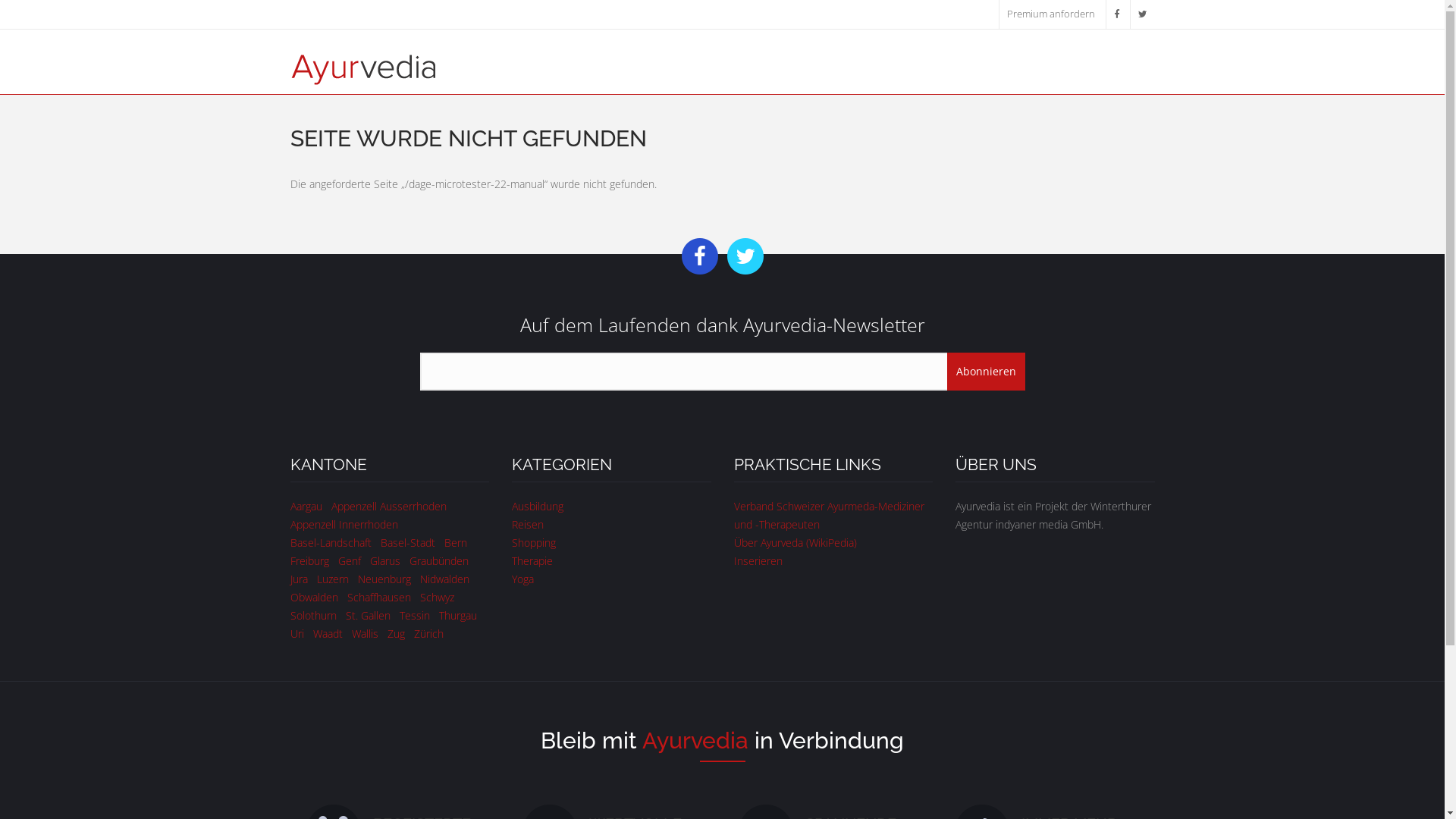  What do you see at coordinates (407, 541) in the screenshot?
I see `'Basel-Stadt'` at bounding box center [407, 541].